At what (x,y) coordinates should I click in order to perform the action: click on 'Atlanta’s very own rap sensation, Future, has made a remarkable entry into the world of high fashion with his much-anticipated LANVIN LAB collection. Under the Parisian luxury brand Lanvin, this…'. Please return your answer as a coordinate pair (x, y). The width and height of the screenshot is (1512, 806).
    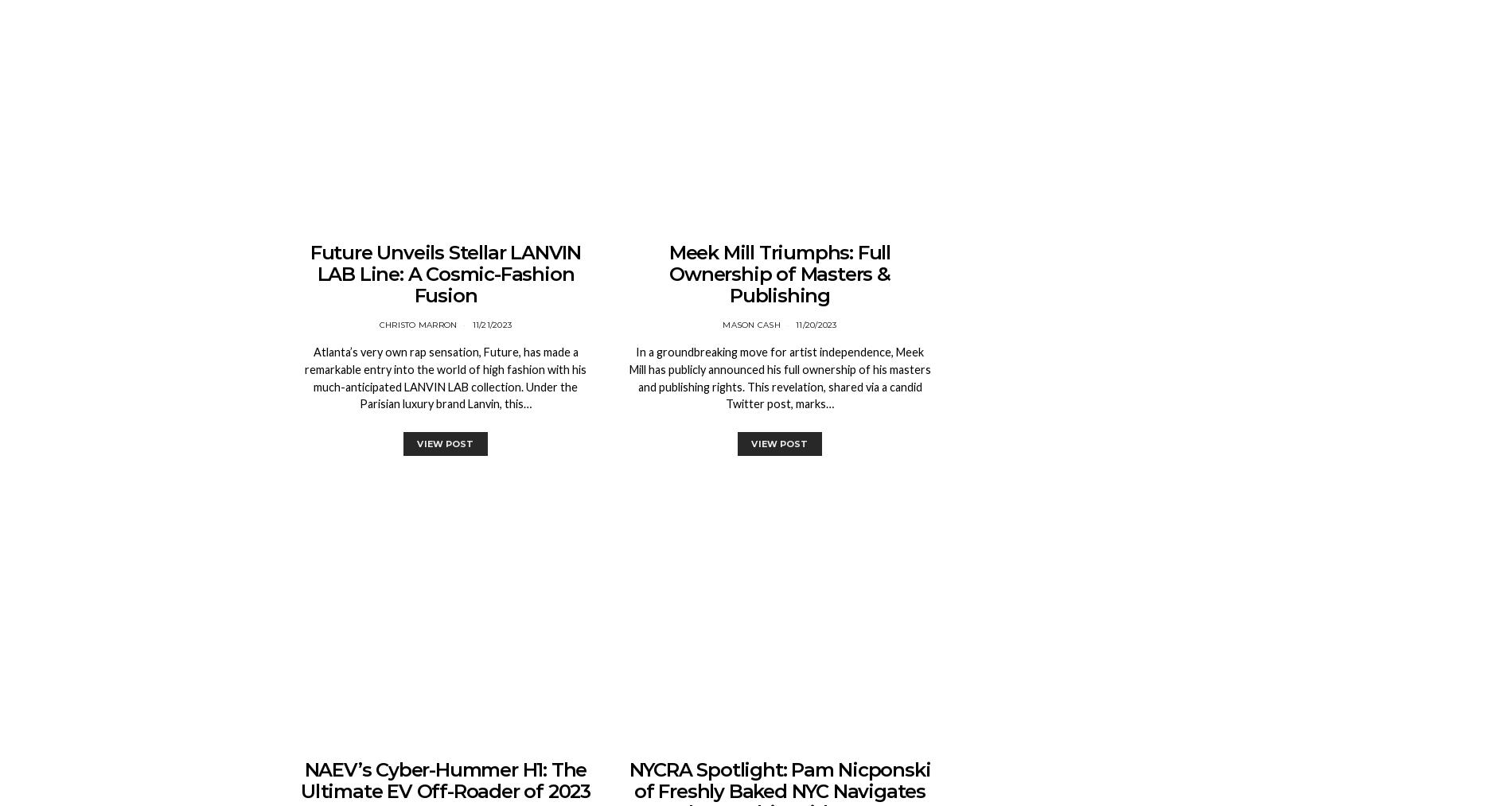
    Looking at the image, I should click on (445, 376).